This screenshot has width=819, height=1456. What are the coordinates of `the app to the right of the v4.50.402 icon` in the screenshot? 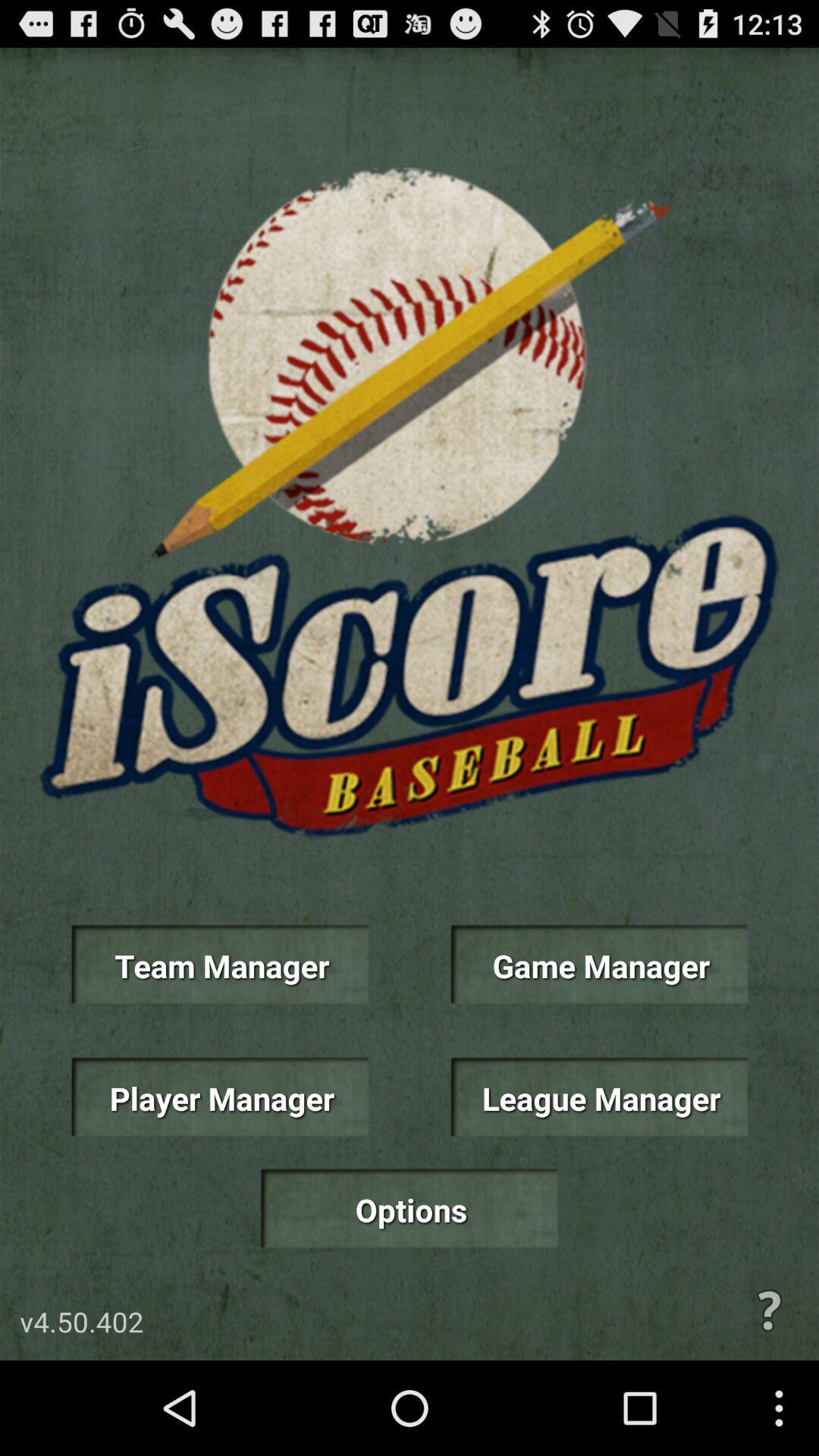 It's located at (769, 1310).